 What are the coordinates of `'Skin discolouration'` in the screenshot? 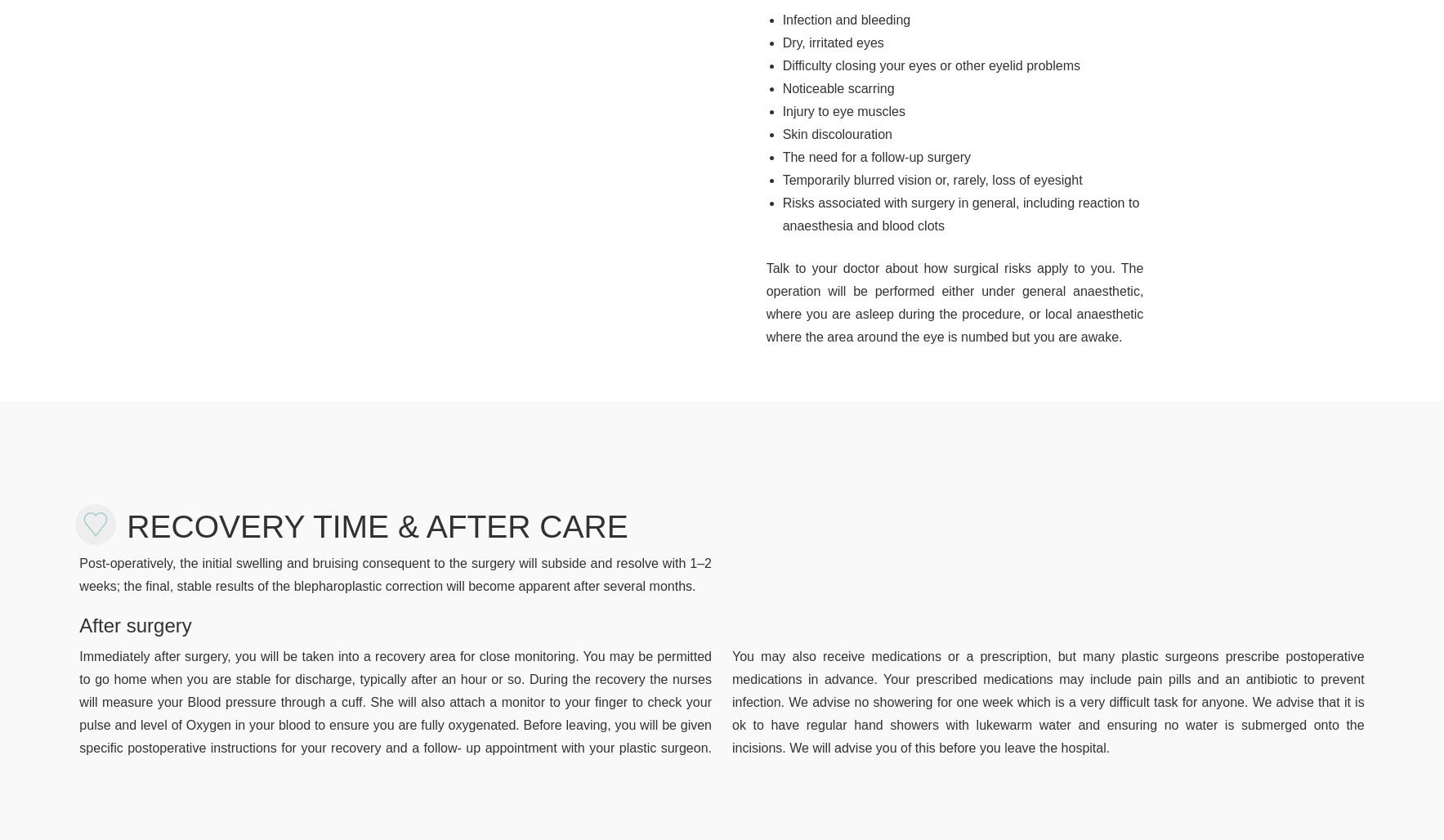 It's located at (836, 133).